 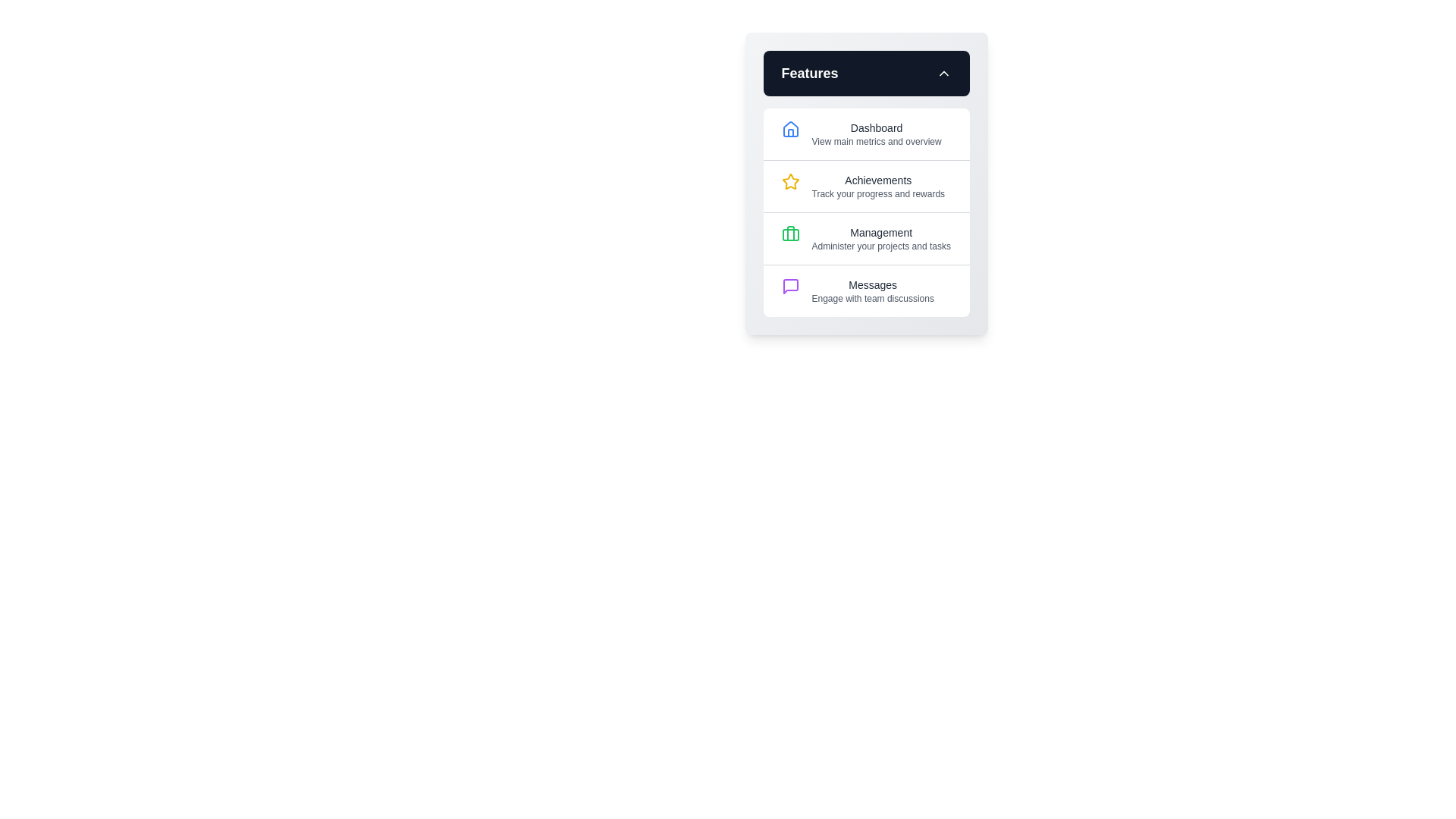 What do you see at coordinates (877, 141) in the screenshot?
I see `the descriptive text label displaying 'View main metrics and overview' located beneath the 'Dashboard' title in the 'Features' section` at bounding box center [877, 141].